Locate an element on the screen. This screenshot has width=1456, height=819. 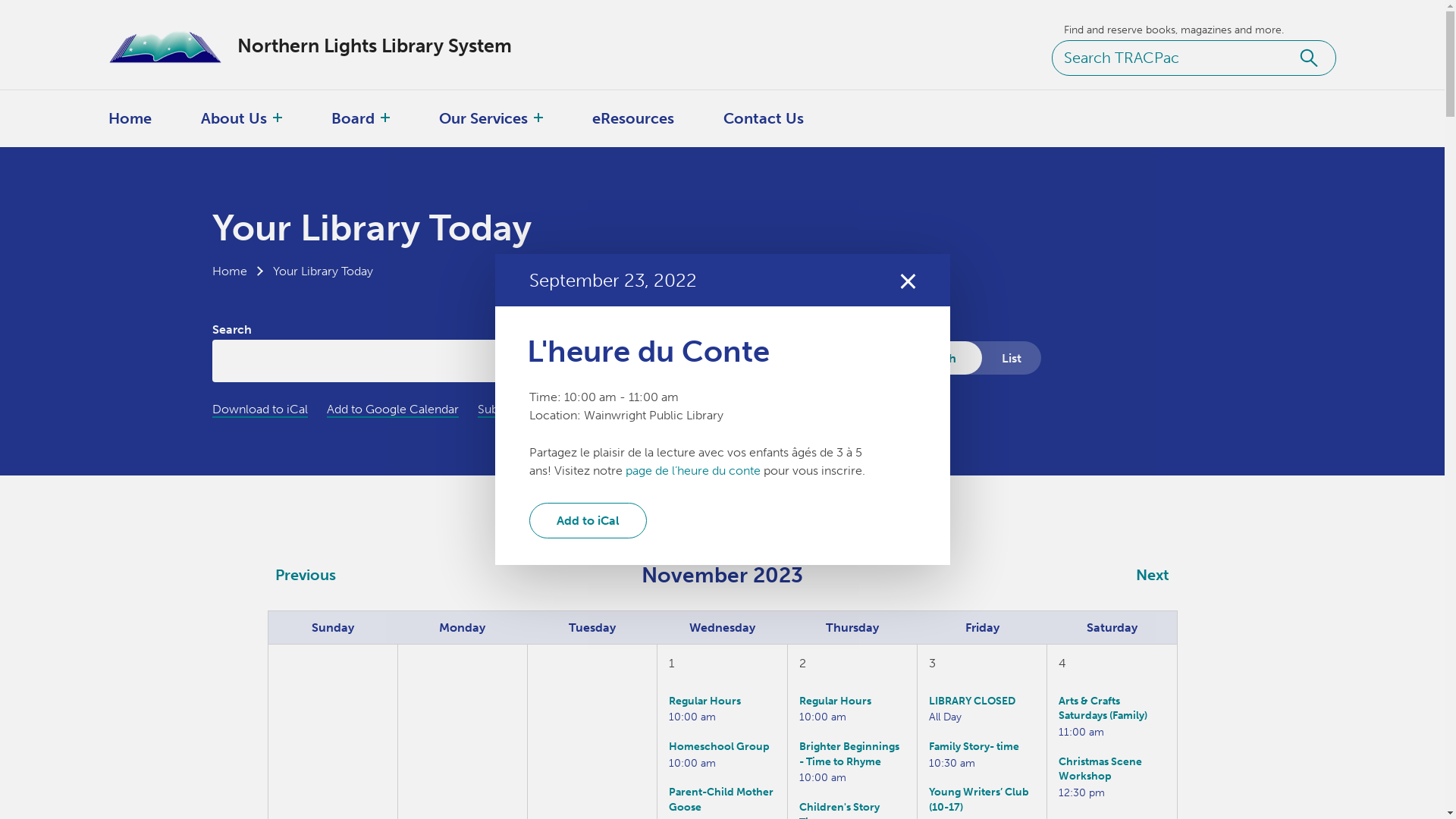
'Close' is located at coordinates (898, 280).